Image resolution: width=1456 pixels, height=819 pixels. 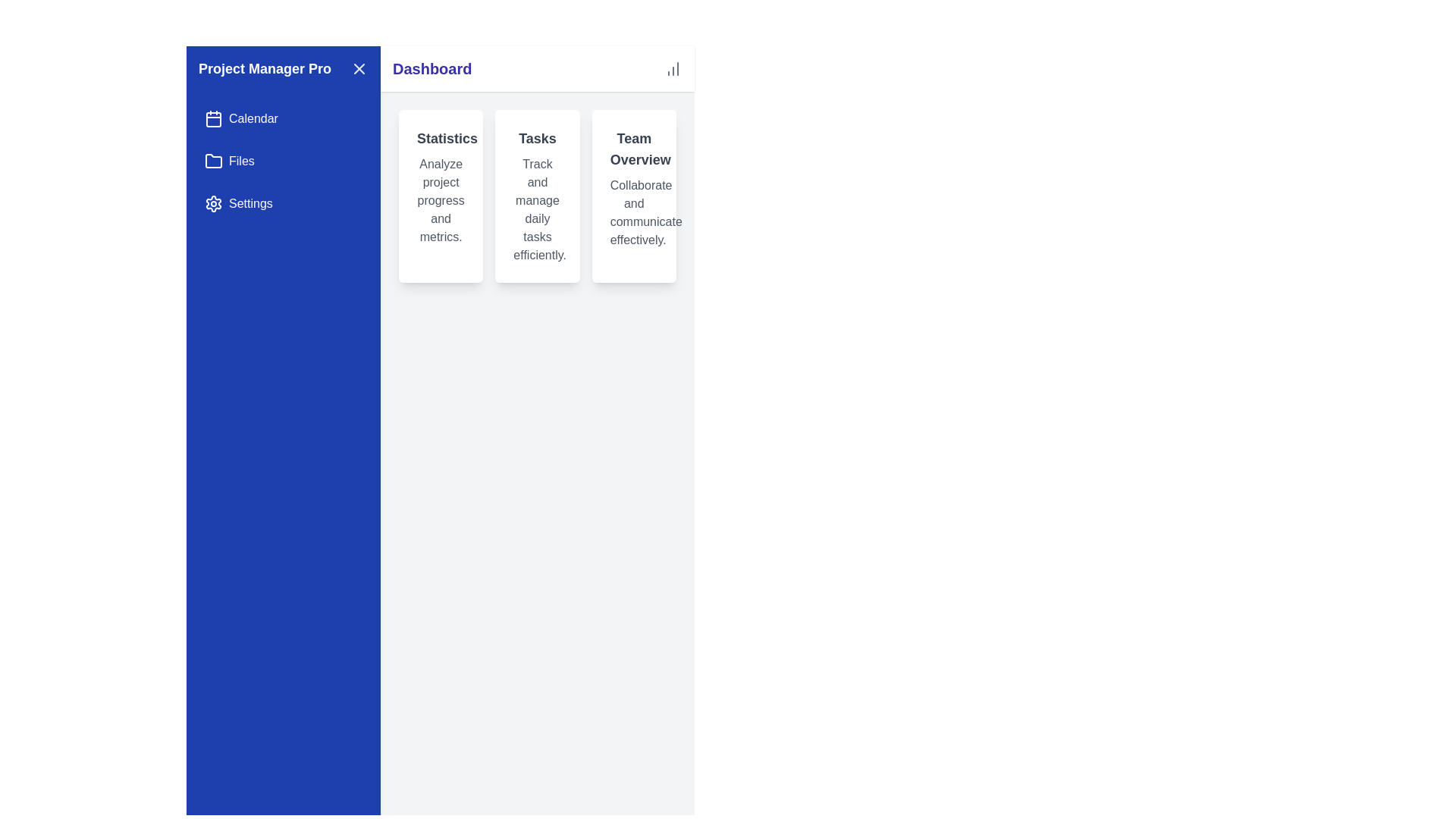 I want to click on the descriptive text block reading 'Analyze project progress and metrics.', which is styled in gray and located below the 'Statistics' heading in the top-left card, so click(x=440, y=200).